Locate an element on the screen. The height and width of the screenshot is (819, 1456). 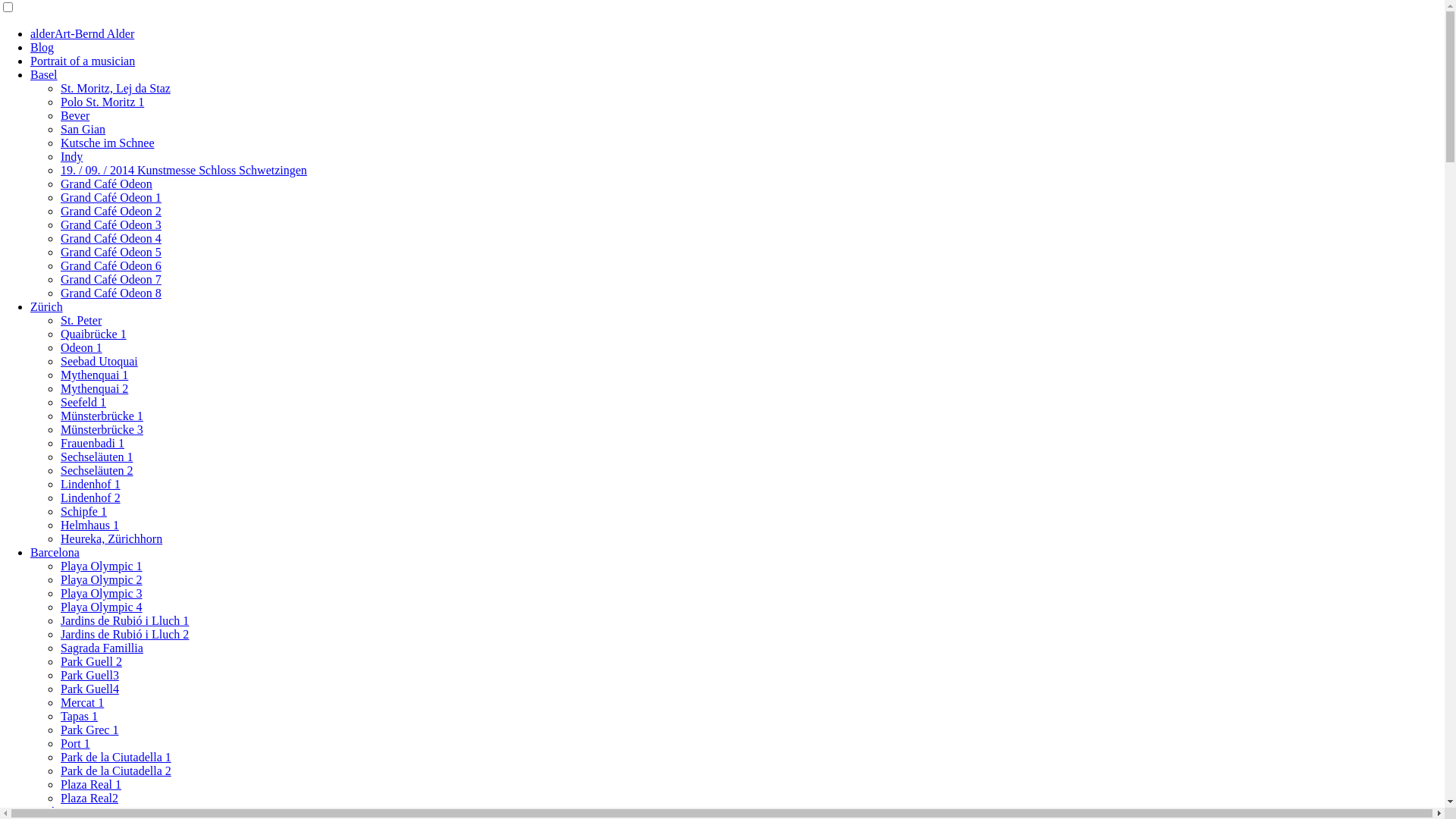
'Port 1' is located at coordinates (74, 742).